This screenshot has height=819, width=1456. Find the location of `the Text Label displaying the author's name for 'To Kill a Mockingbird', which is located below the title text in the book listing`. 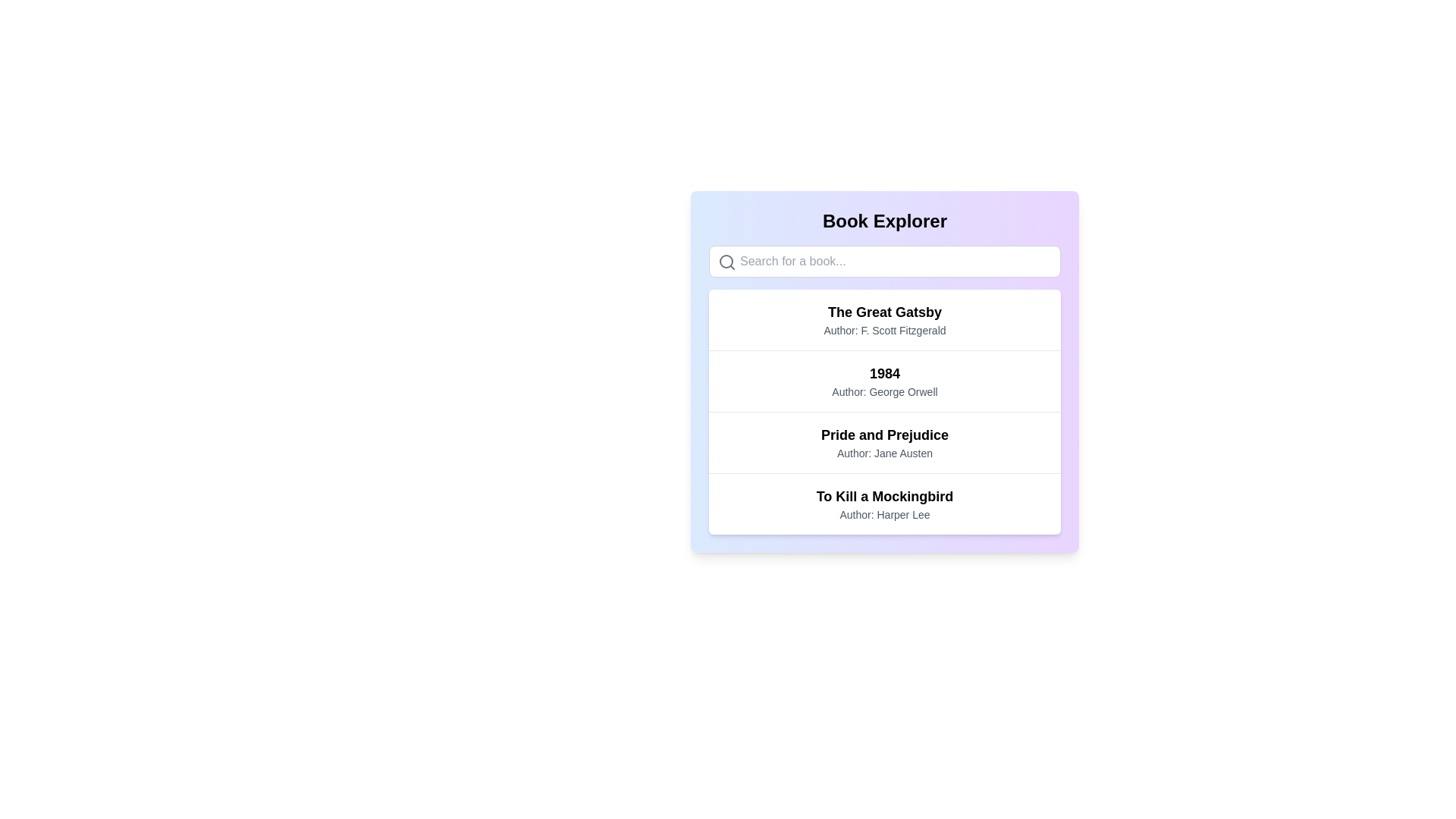

the Text Label displaying the author's name for 'To Kill a Mockingbird', which is located below the title text in the book listing is located at coordinates (884, 513).